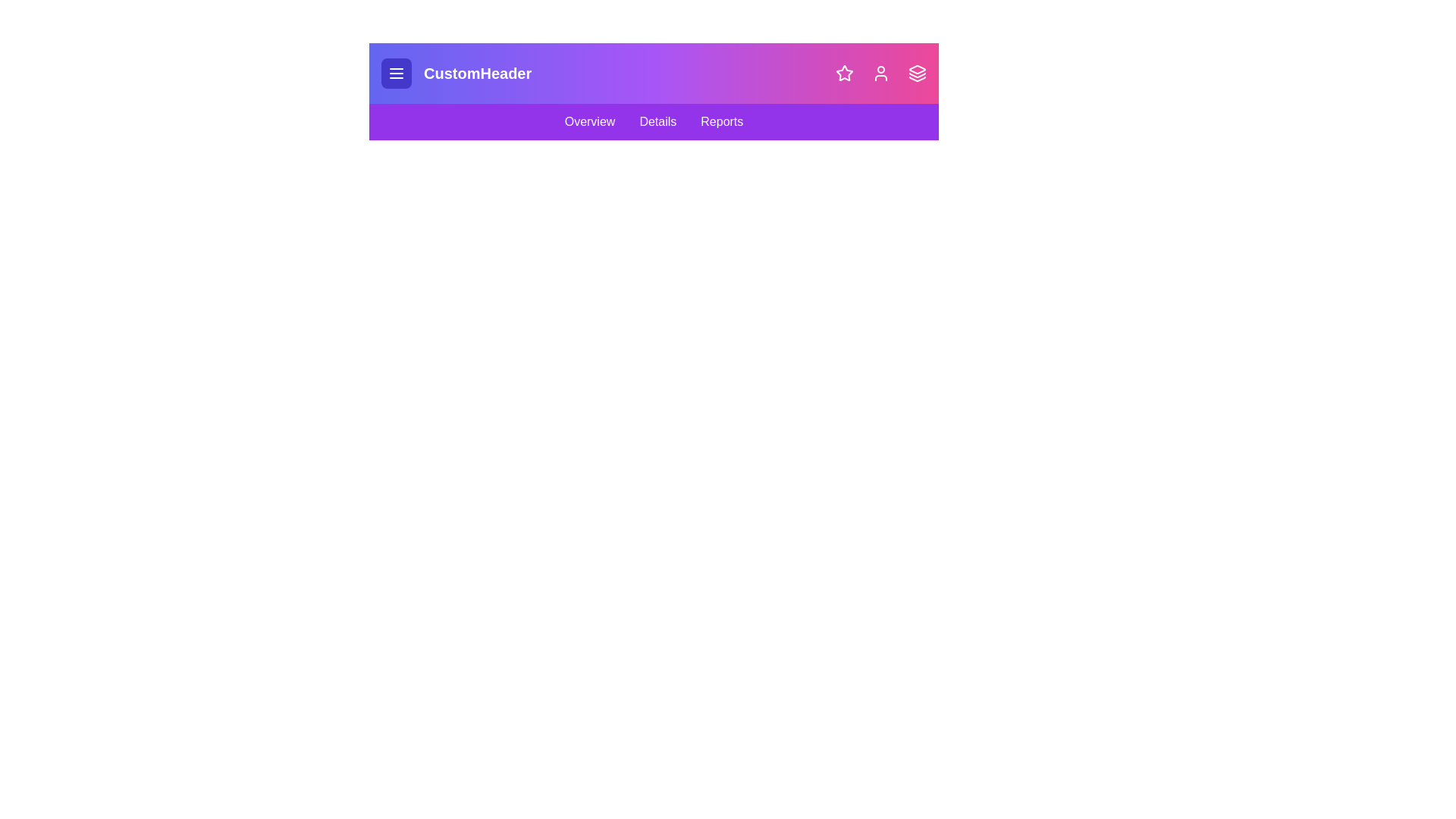 The height and width of the screenshot is (819, 1456). Describe the element at coordinates (720, 121) in the screenshot. I see `the 'Reports' navigation link in the navigation bar` at that location.